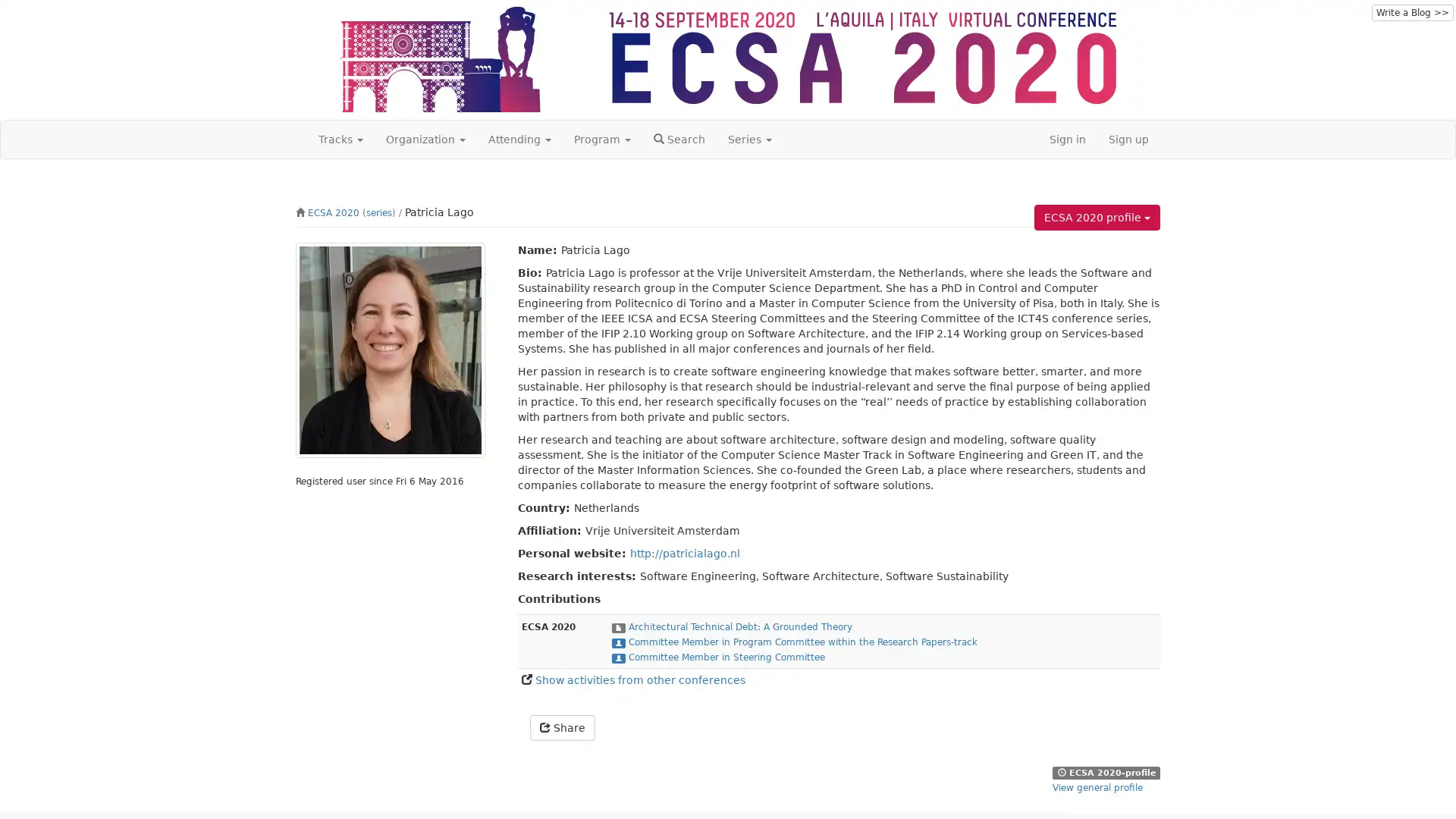 This screenshot has width=1456, height=819. I want to click on ECSA 2020 profile, so click(1097, 217).